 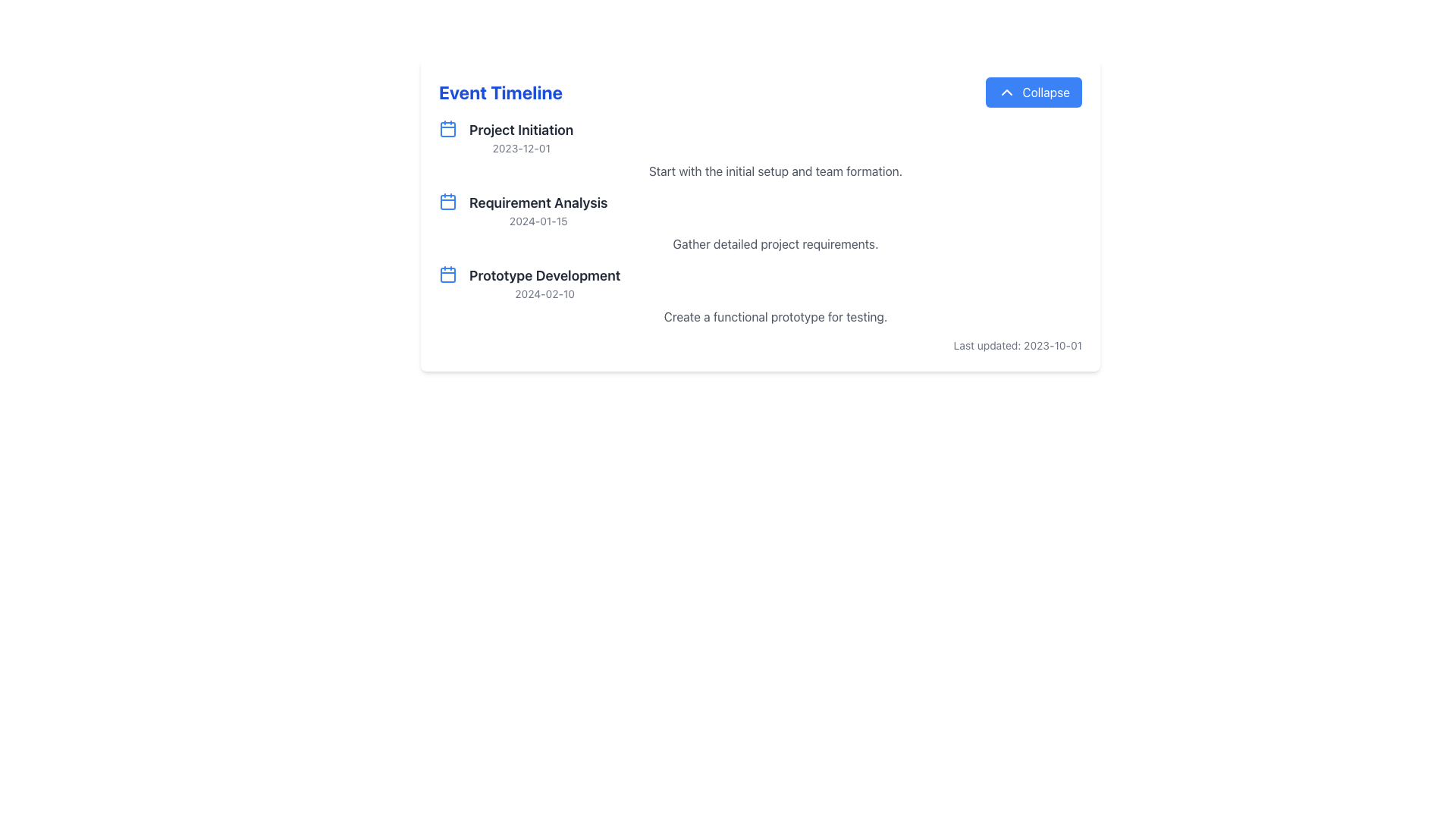 I want to click on the calendar icon located in the third row, associated with 'Prototype Development' and the date '2024-02-10', so click(x=447, y=275).